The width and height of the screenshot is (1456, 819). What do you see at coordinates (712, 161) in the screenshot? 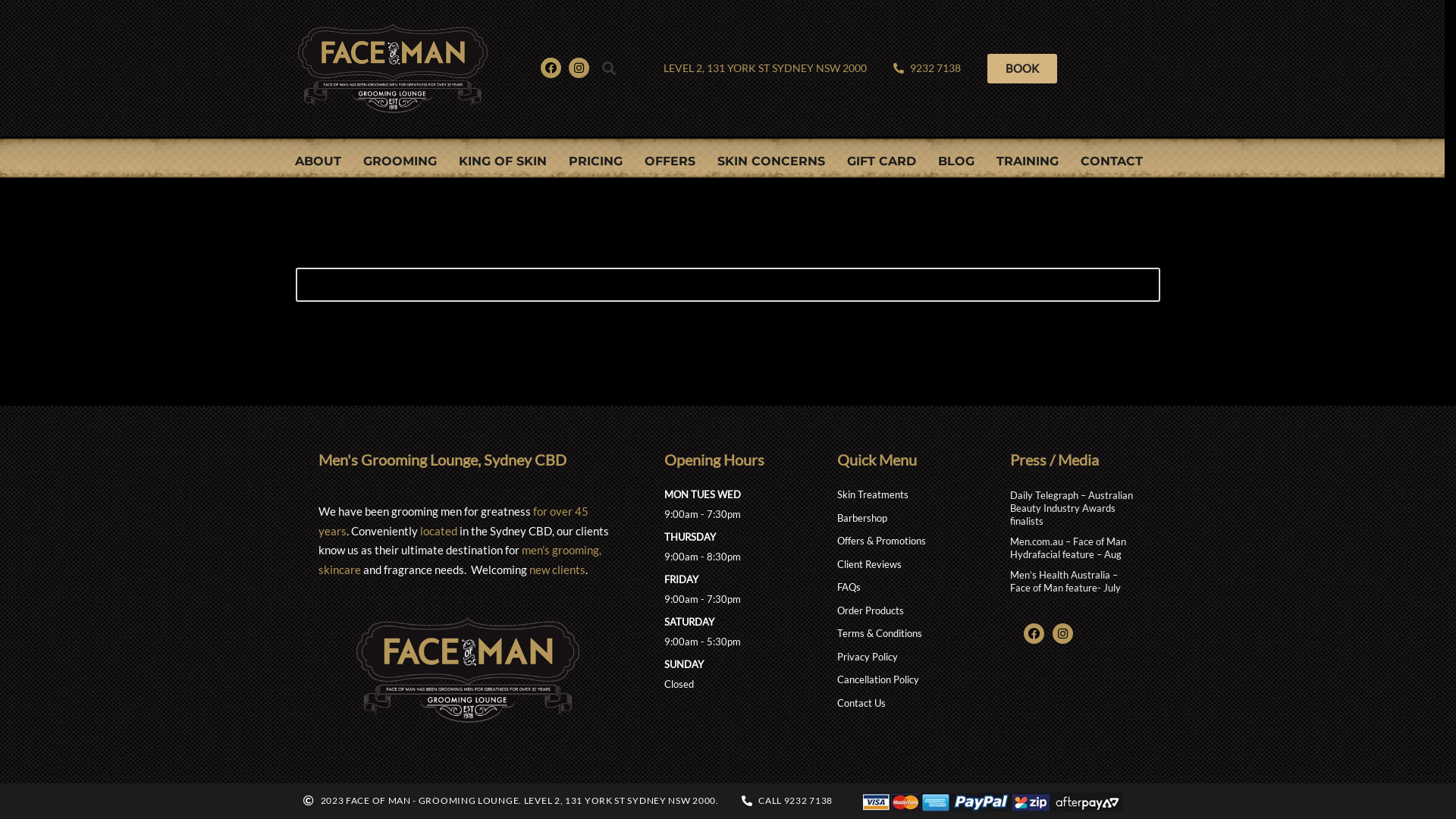
I see `'SKIN CONCERNS'` at bounding box center [712, 161].